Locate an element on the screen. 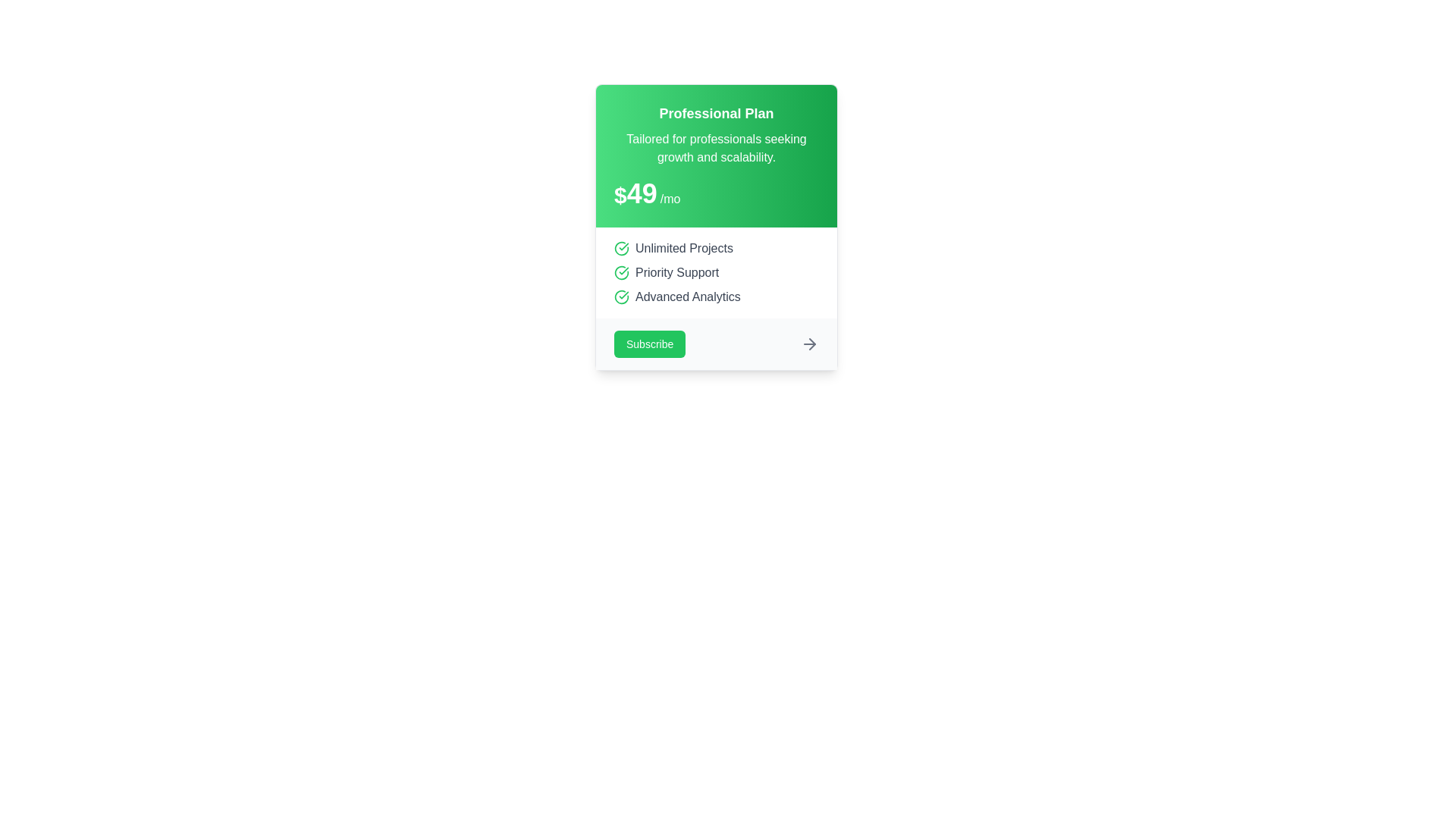 The width and height of the screenshot is (1456, 819). the pricing information text for the 'Professional Plan' card, which is centrally located within the green header below the subtitle about growth and scalability is located at coordinates (716, 193).